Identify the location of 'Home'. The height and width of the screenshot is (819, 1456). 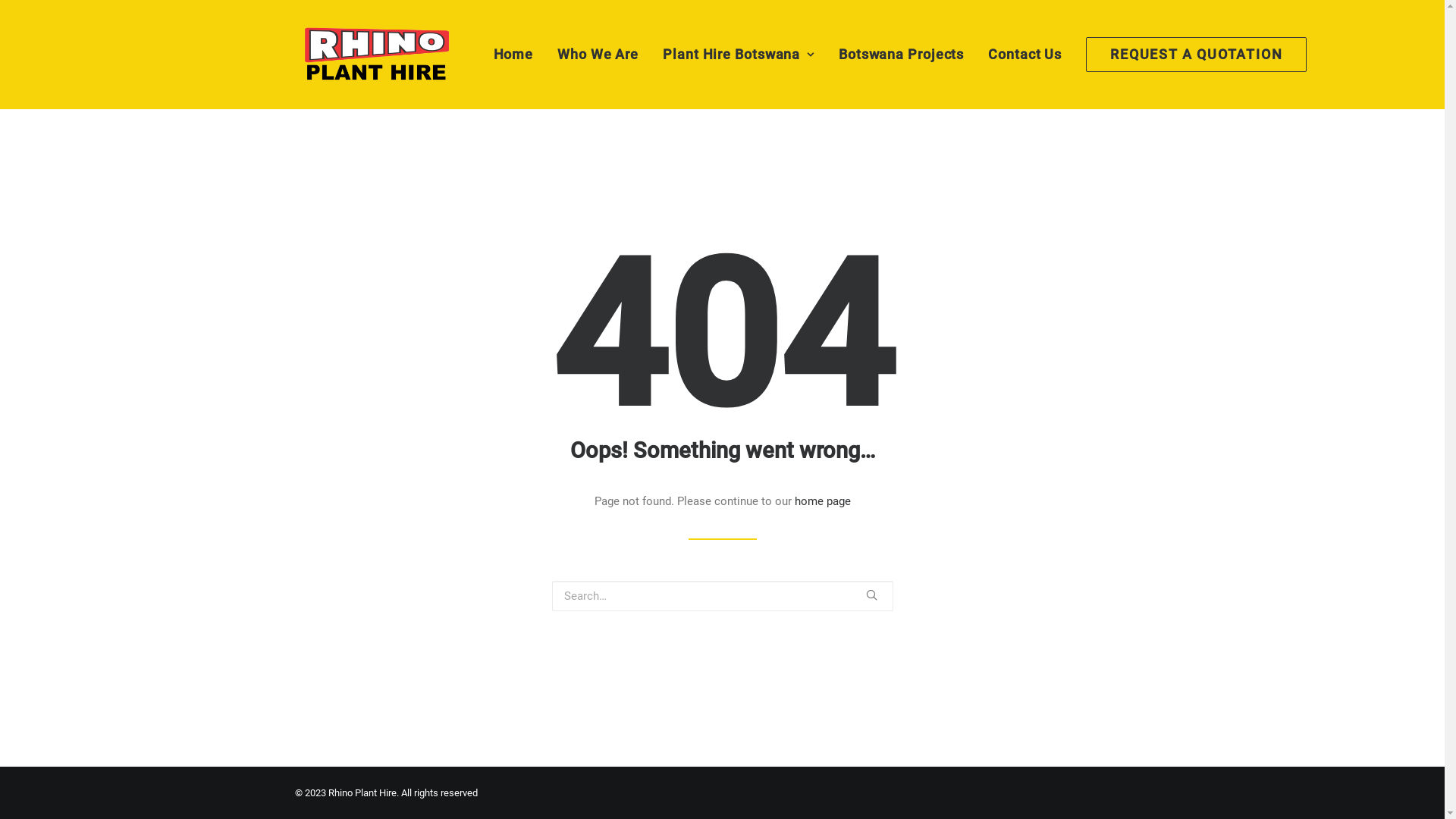
(519, 54).